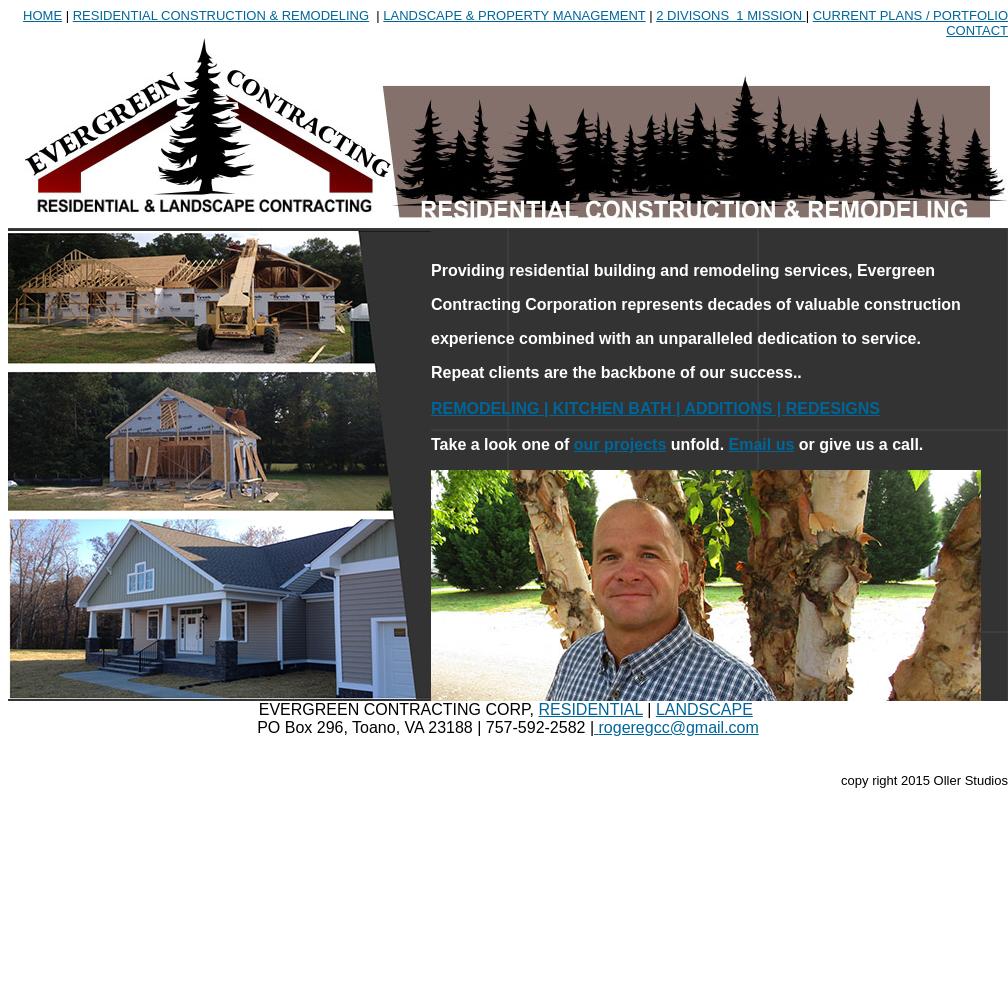 This screenshot has height=1000, width=1008. Describe the element at coordinates (859, 270) in the screenshot. I see `'services, Evergreen'` at that location.